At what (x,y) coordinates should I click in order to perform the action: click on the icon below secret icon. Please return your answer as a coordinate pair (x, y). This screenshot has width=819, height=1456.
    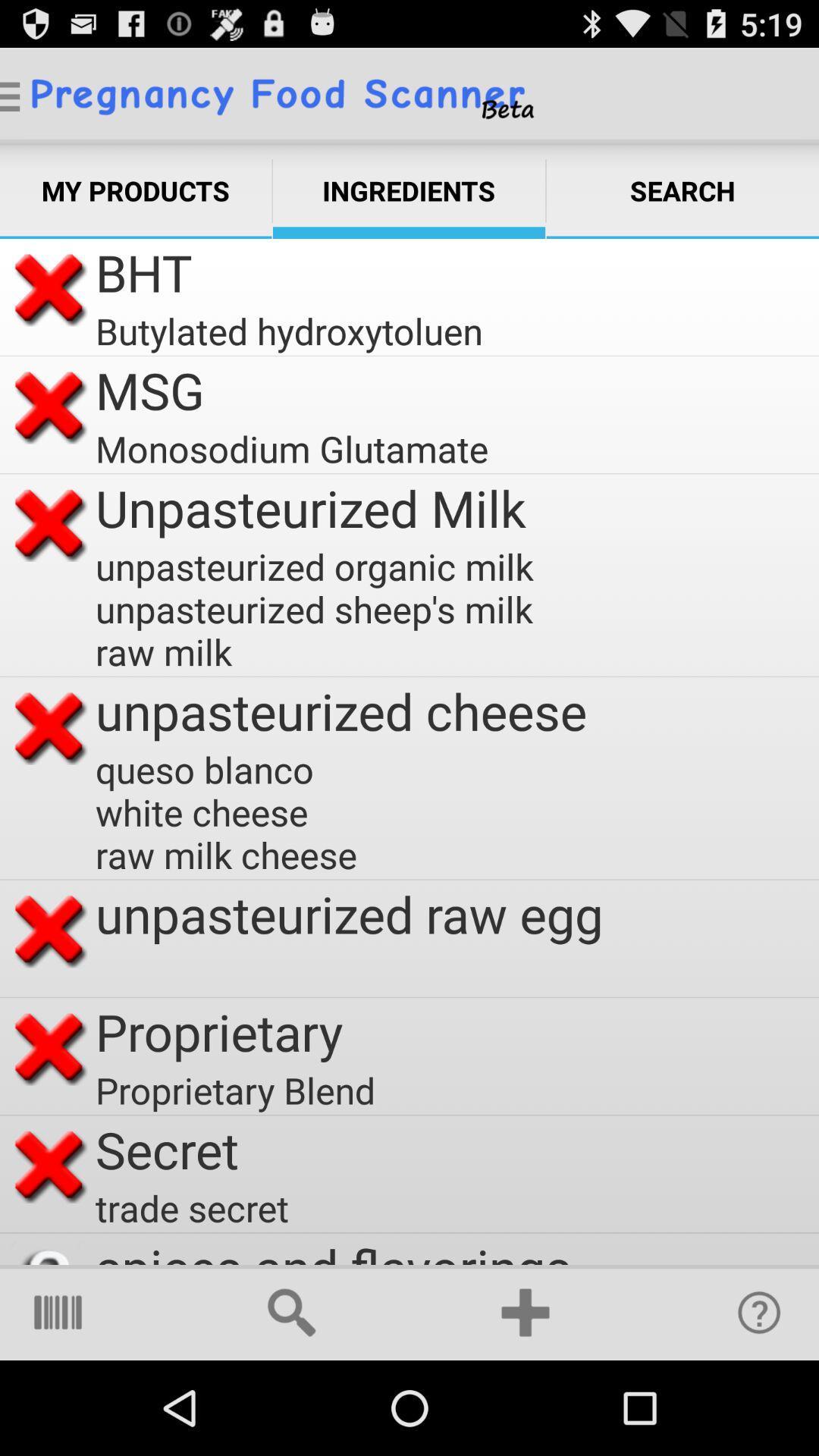
    Looking at the image, I should click on (191, 1207).